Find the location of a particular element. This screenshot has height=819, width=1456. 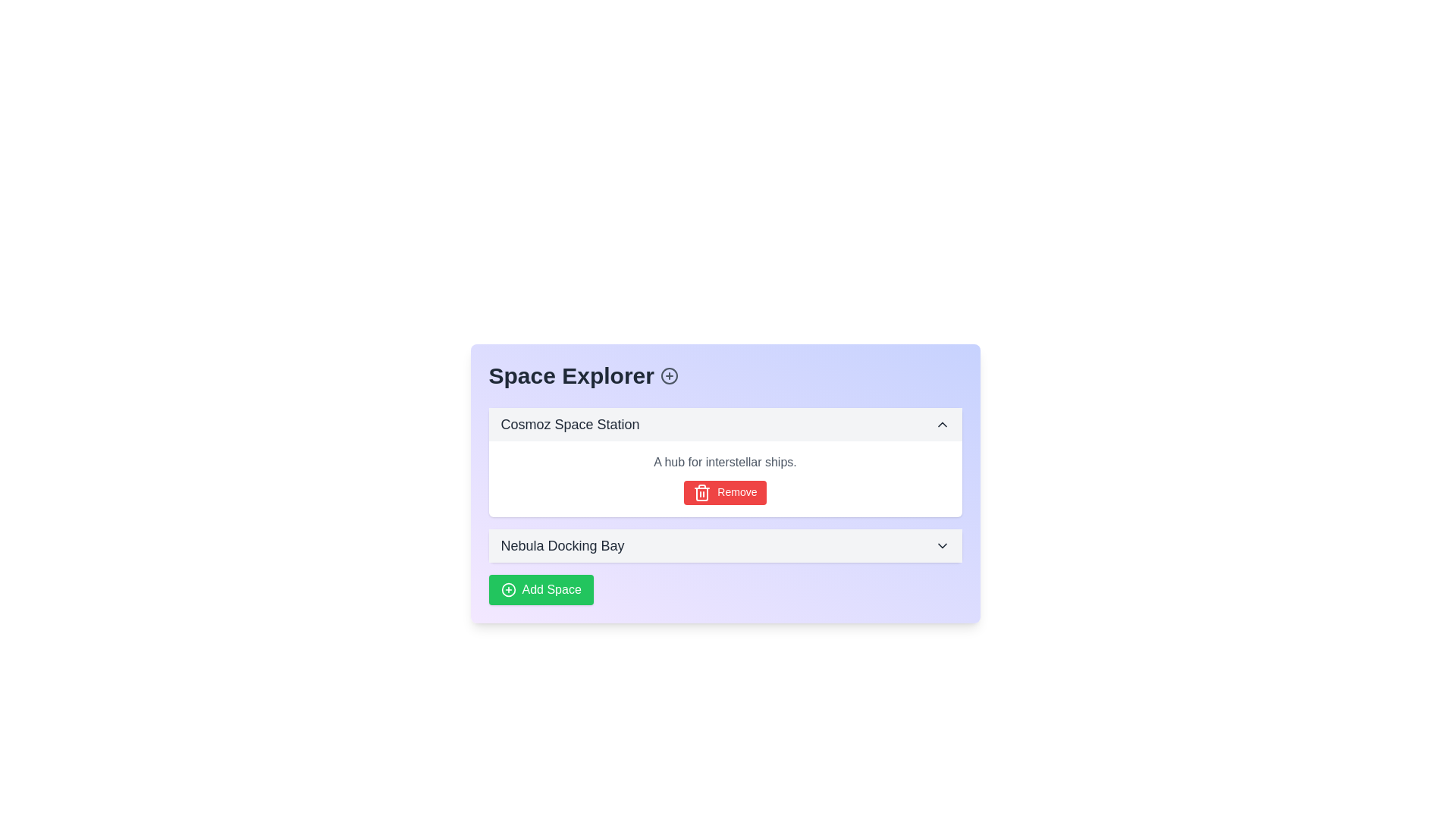

the 'Remove' button styled in red, which has a white trash icon and is located below the header 'Cosmoz Space Station' is located at coordinates (724, 479).